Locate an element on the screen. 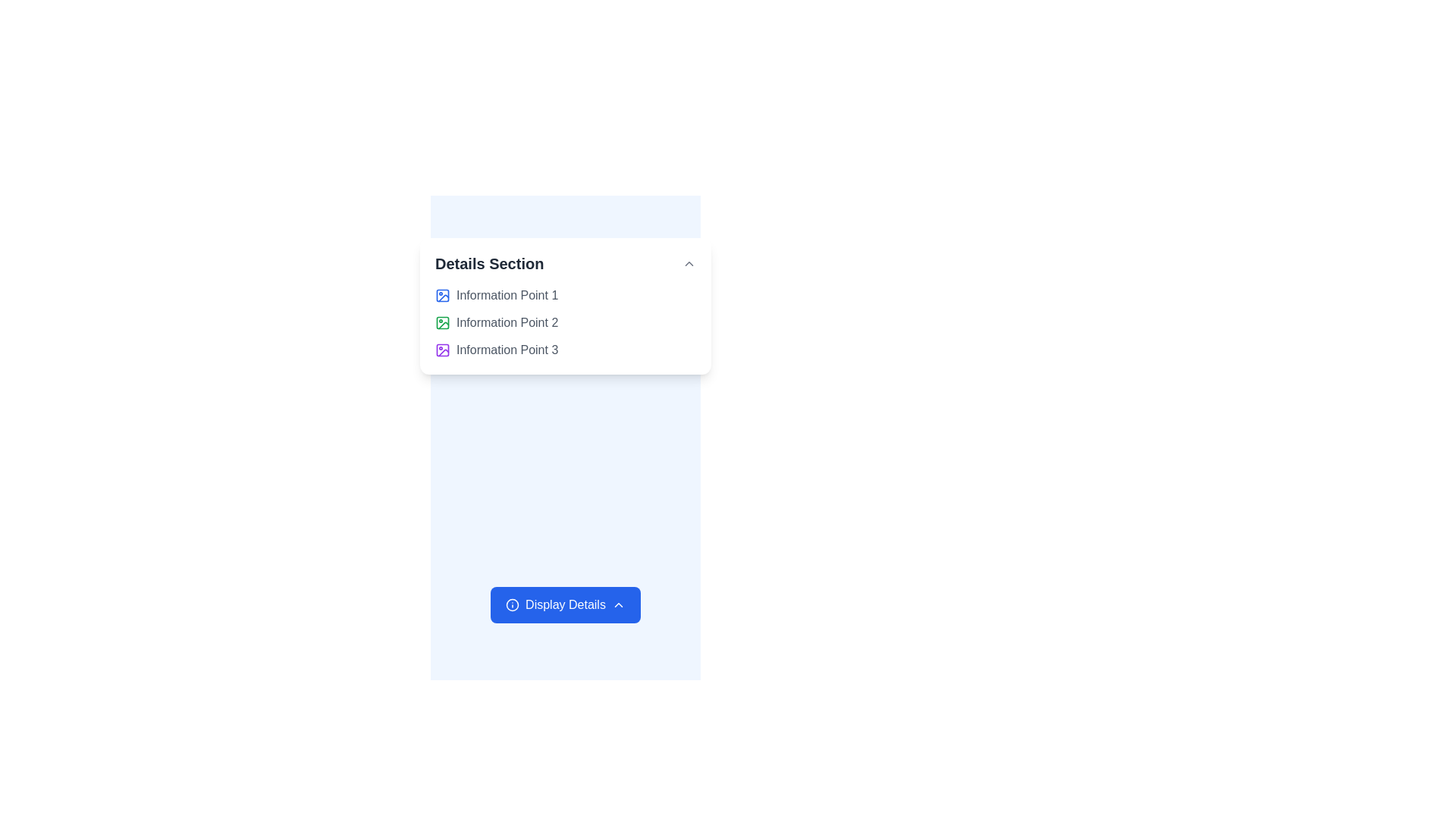 The image size is (1456, 819). the button located at the bottom of the interface, below the 'Details Section', to navigate is located at coordinates (564, 604).